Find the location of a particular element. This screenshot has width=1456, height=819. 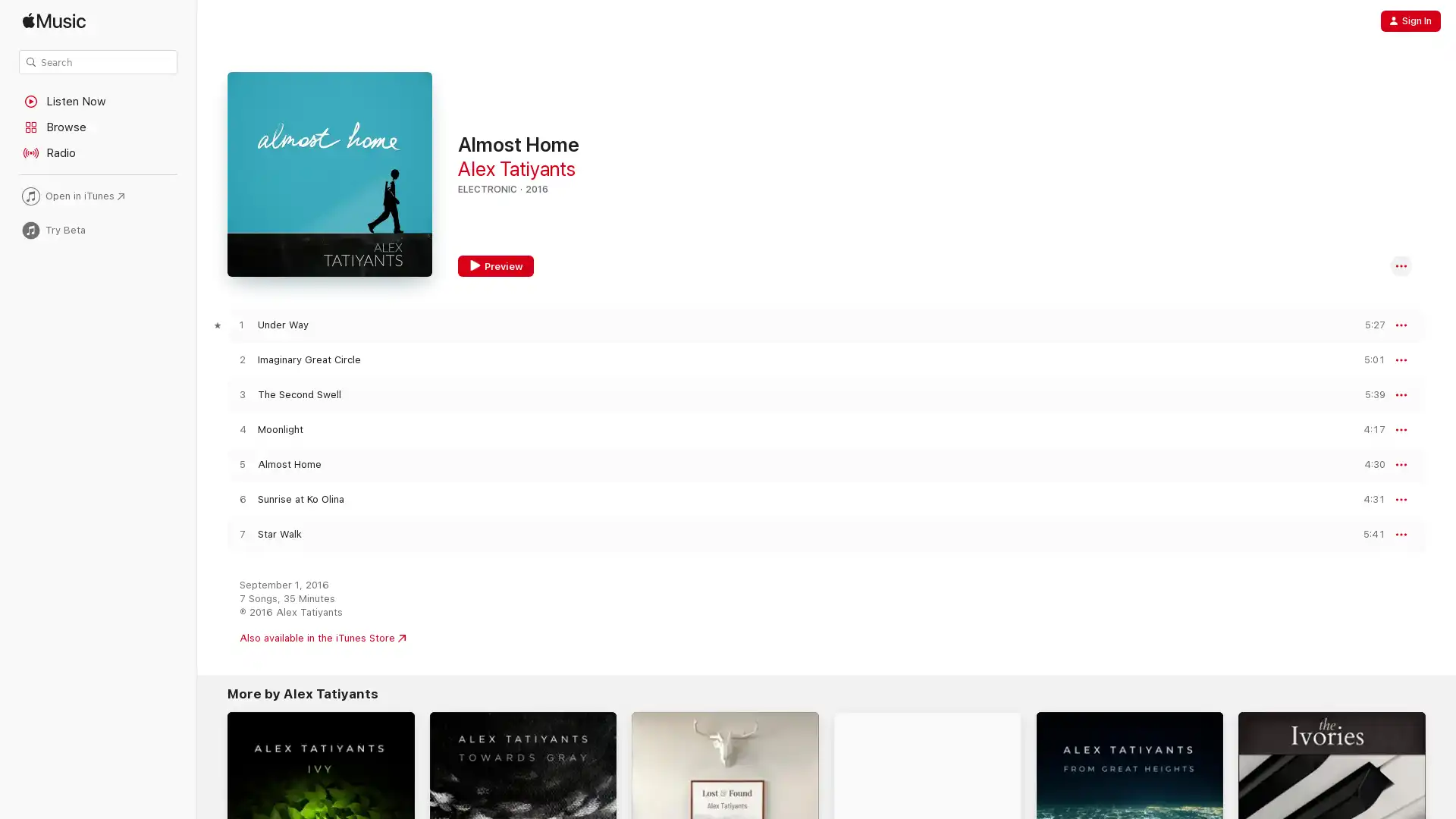

More is located at coordinates (1401, 464).